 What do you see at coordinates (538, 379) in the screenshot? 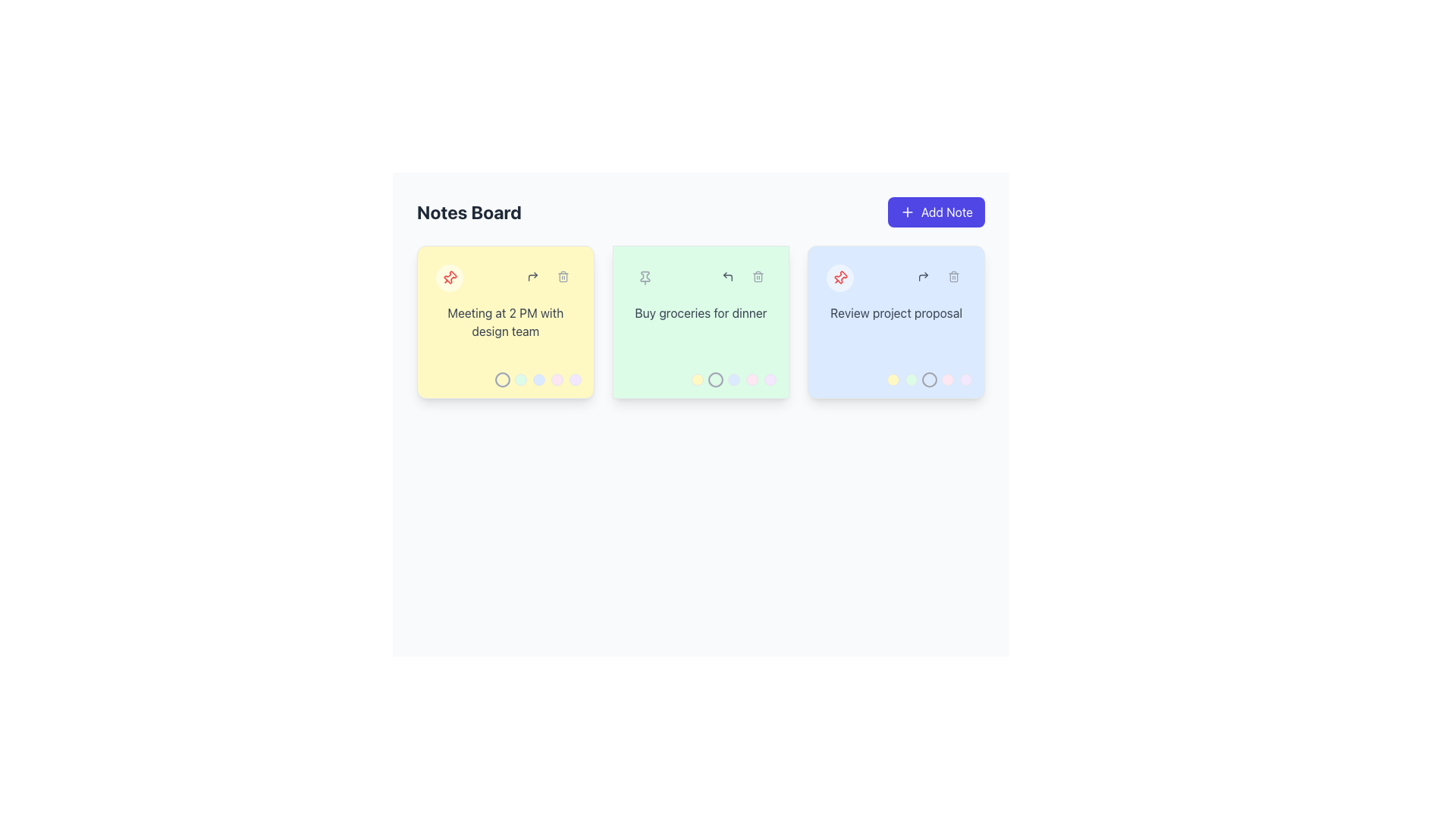
I see `the third button in the horizontal series of five colored buttons located at the bottom-right corner of the yellow card containing the text 'Meeting at 2 PM with design team'` at bounding box center [538, 379].